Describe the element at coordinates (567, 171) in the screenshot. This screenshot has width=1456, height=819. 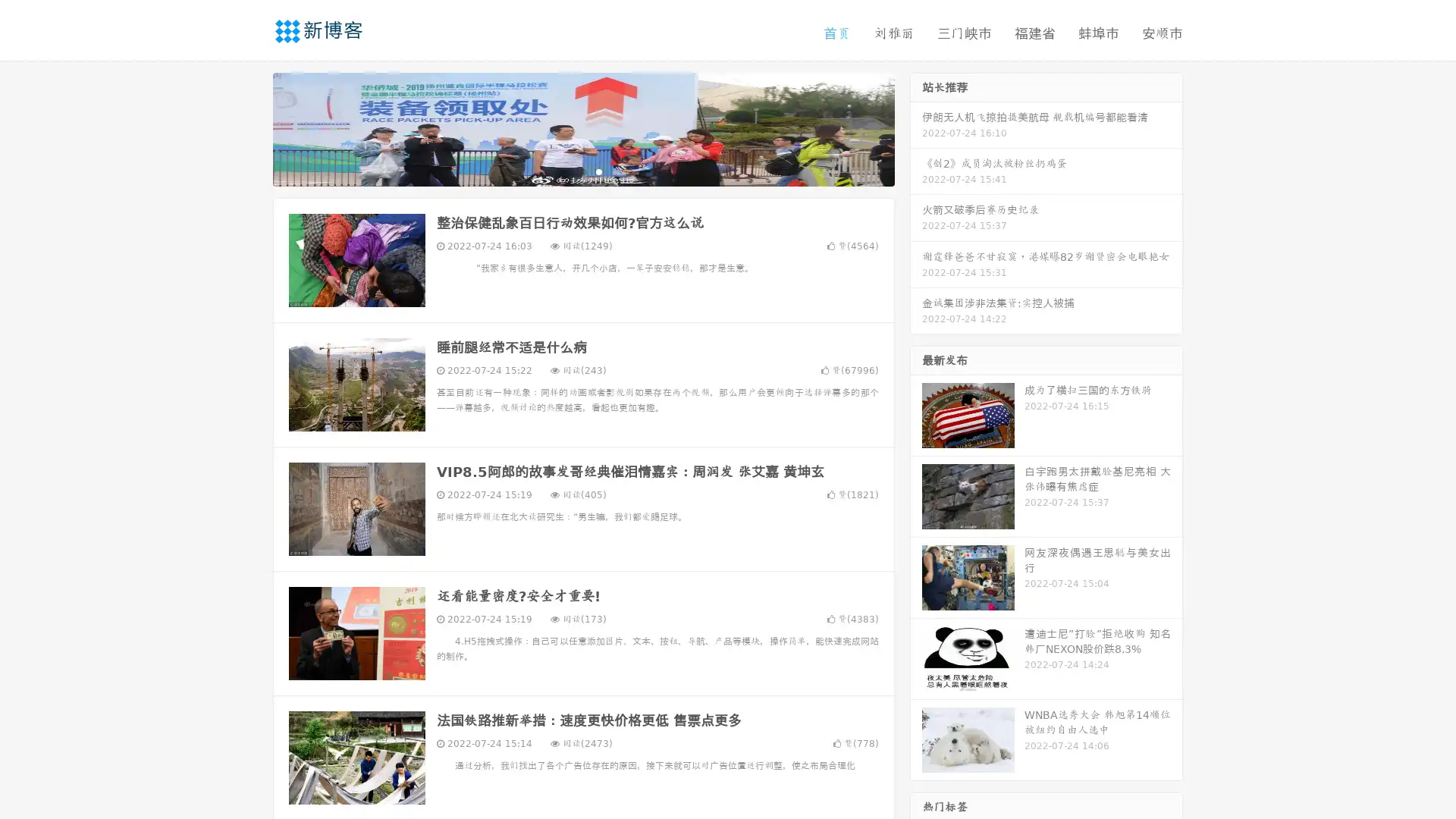
I see `Go to slide 1` at that location.